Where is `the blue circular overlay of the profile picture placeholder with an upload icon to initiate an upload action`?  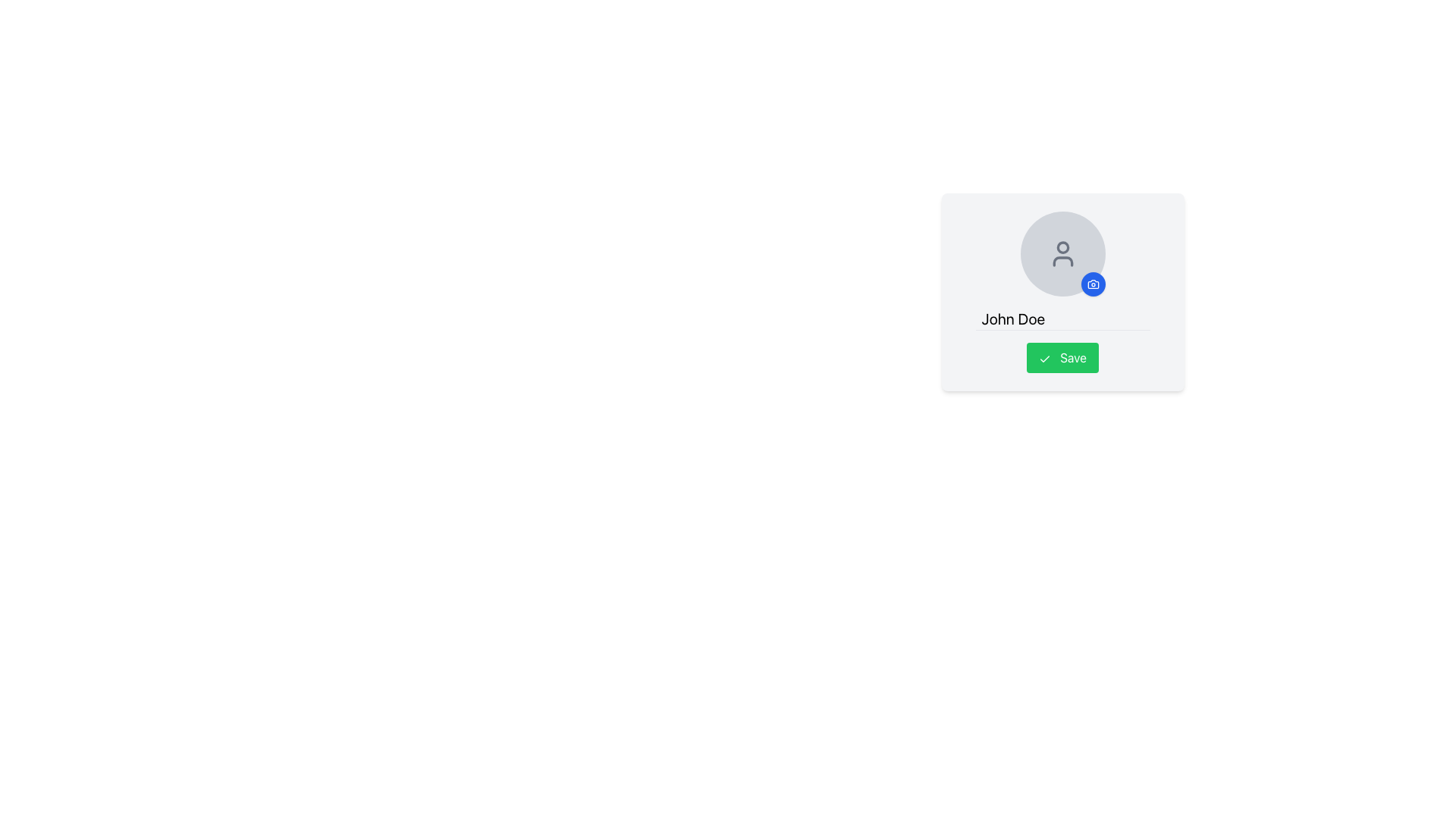
the blue circular overlay of the profile picture placeholder with an upload icon to initiate an upload action is located at coordinates (1062, 253).